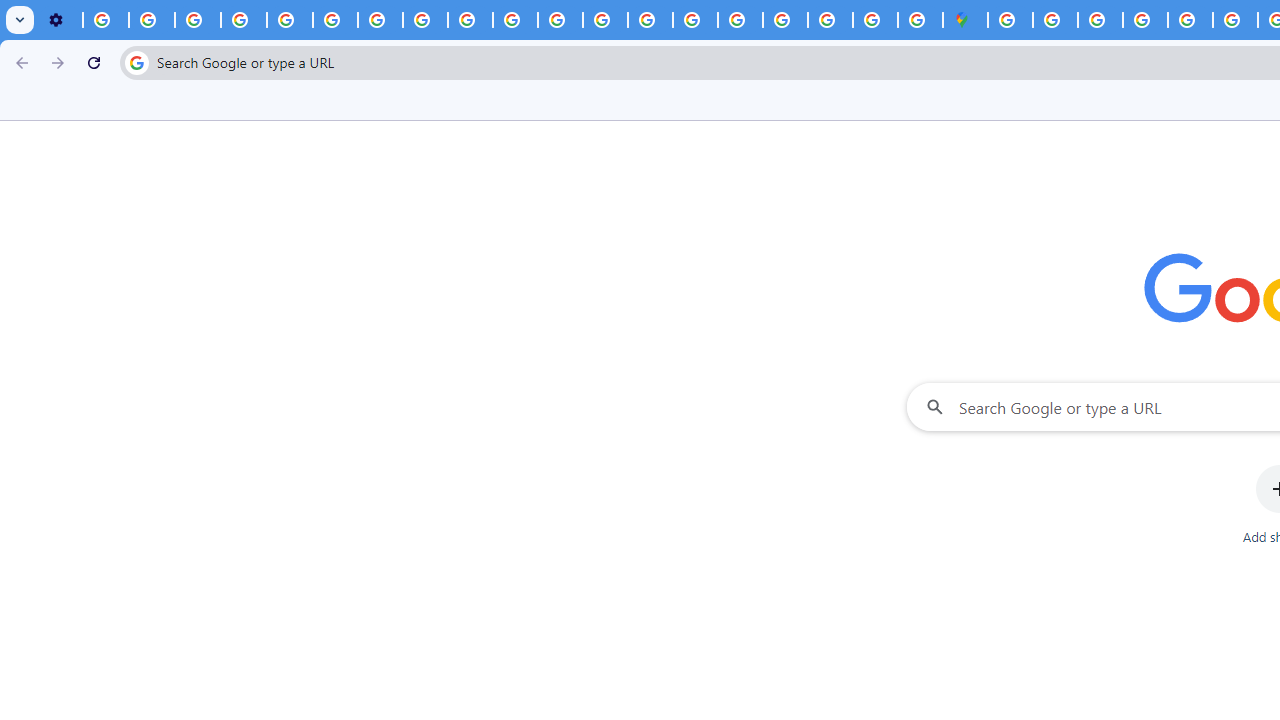  What do you see at coordinates (1054, 20) in the screenshot?
I see `'Sign in - Google Accounts'` at bounding box center [1054, 20].